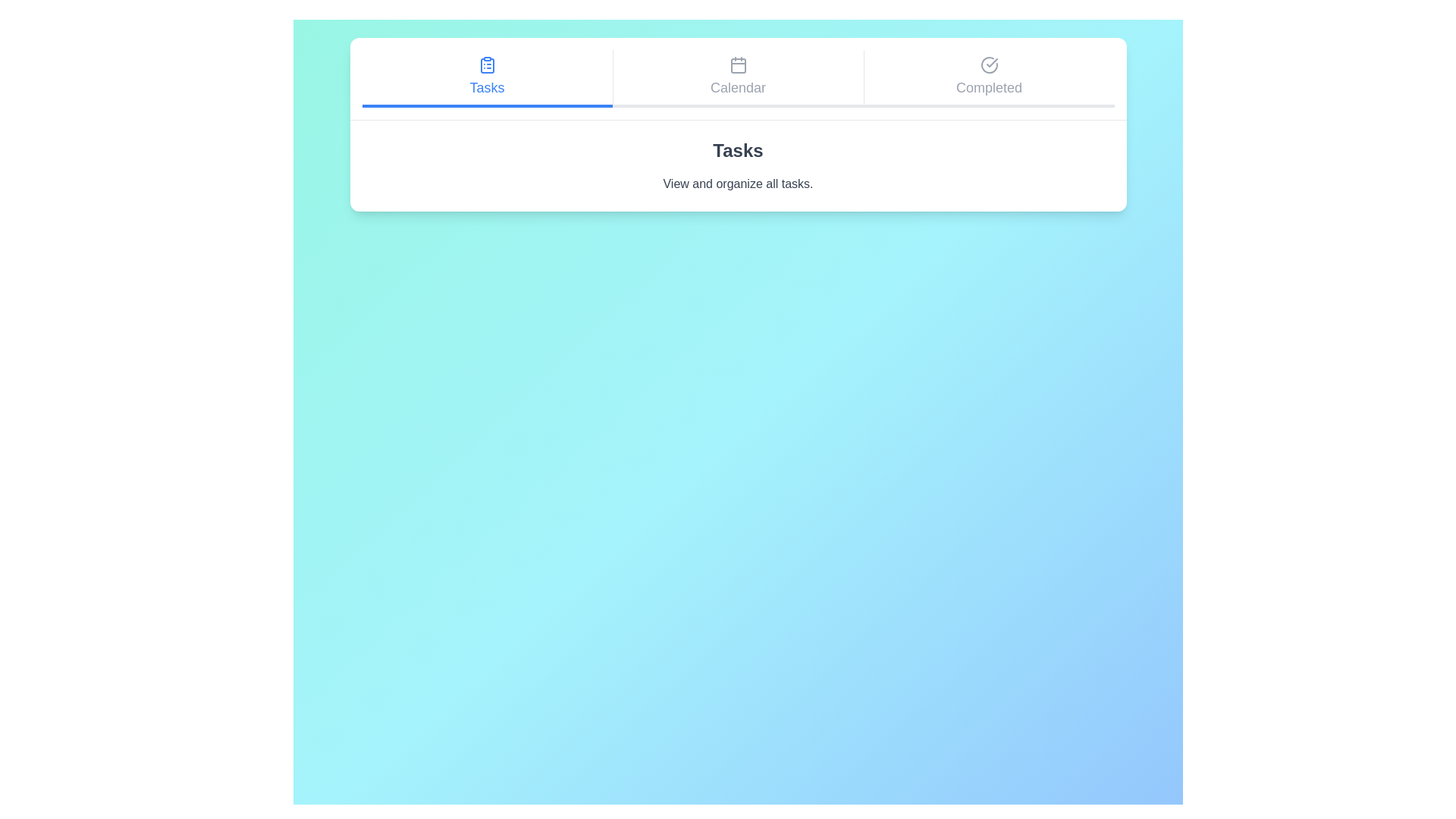  Describe the element at coordinates (487, 79) in the screenshot. I see `the Tasks tab by clicking on it` at that location.